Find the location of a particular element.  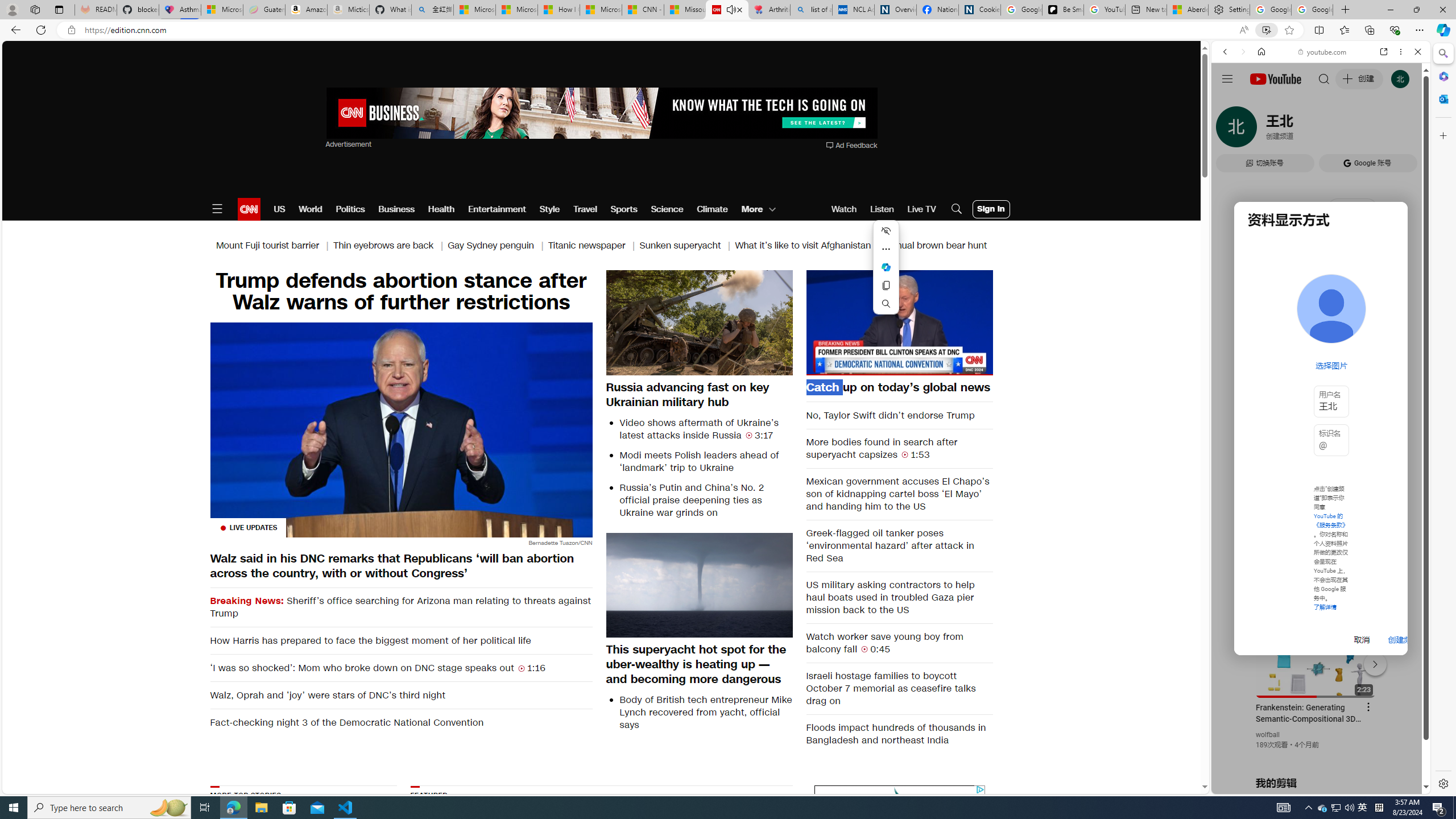

'AutomationID: aw0' is located at coordinates (601, 113).